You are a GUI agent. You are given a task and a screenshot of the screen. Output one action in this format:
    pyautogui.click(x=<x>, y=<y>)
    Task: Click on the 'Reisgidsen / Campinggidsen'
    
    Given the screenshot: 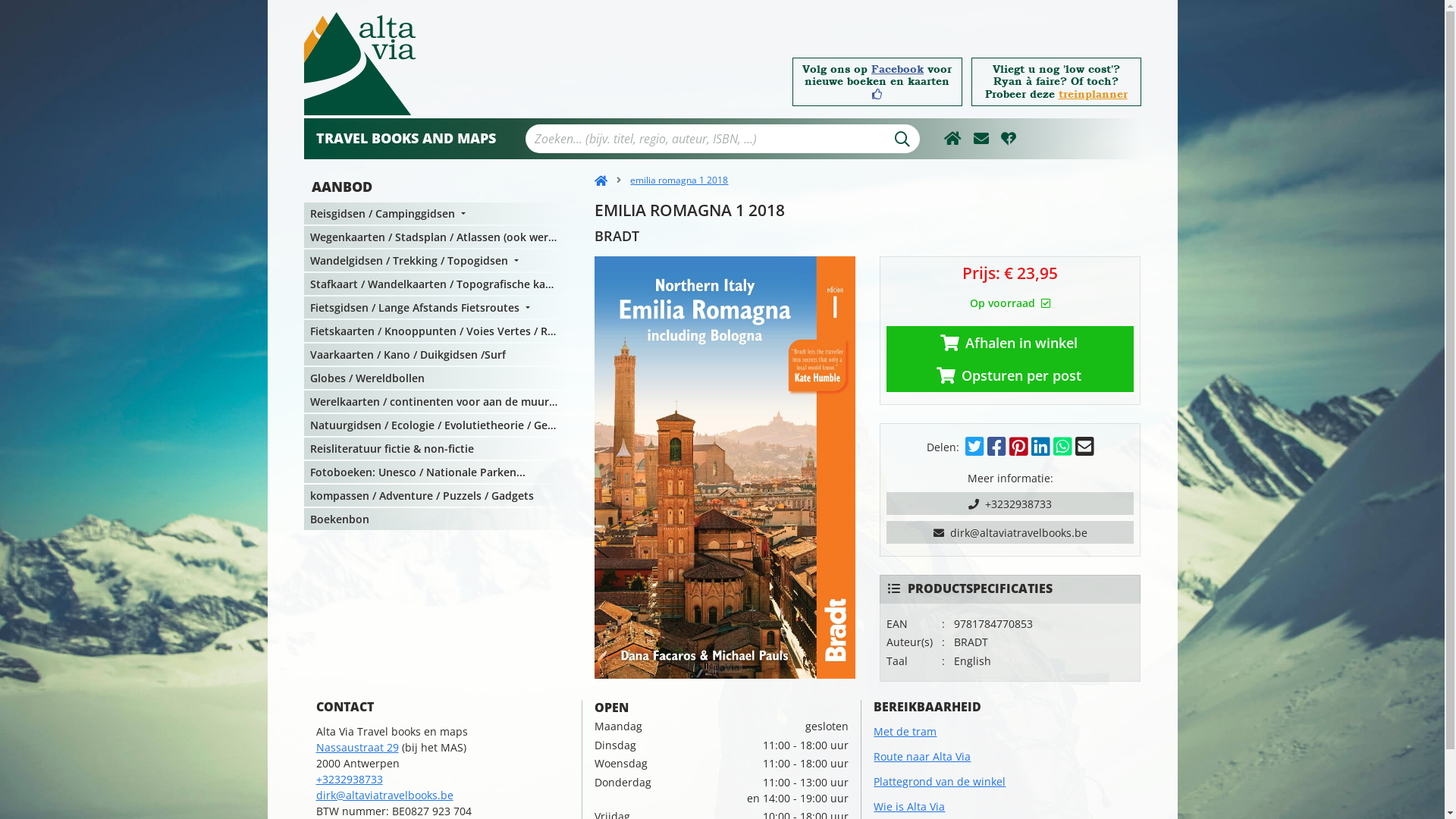 What is the action you would take?
    pyautogui.click(x=436, y=213)
    